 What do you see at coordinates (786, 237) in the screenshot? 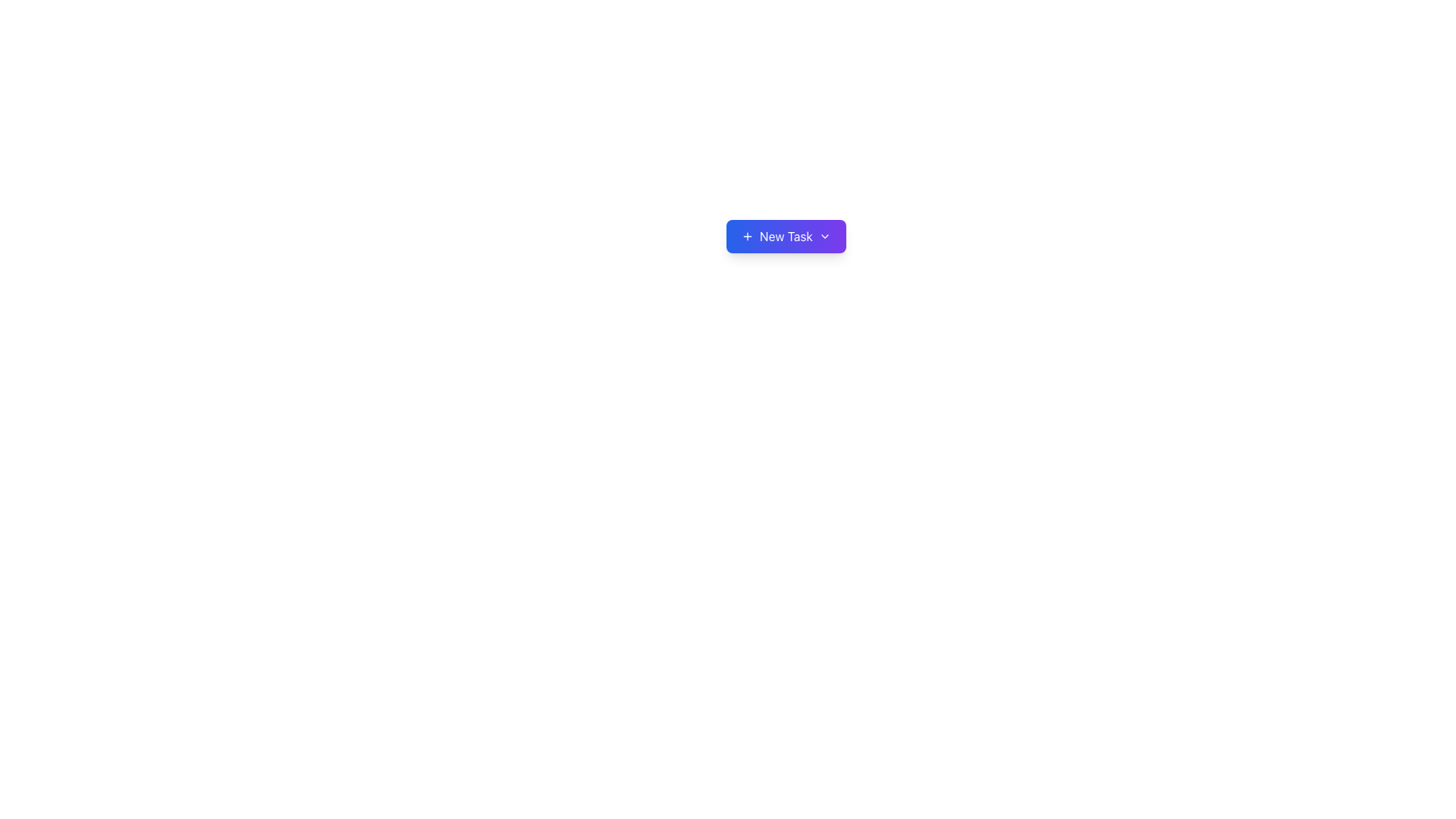
I see `the text content of the 'New Task' label located at the center-right of the button with a gradient background and rounded corners` at bounding box center [786, 237].